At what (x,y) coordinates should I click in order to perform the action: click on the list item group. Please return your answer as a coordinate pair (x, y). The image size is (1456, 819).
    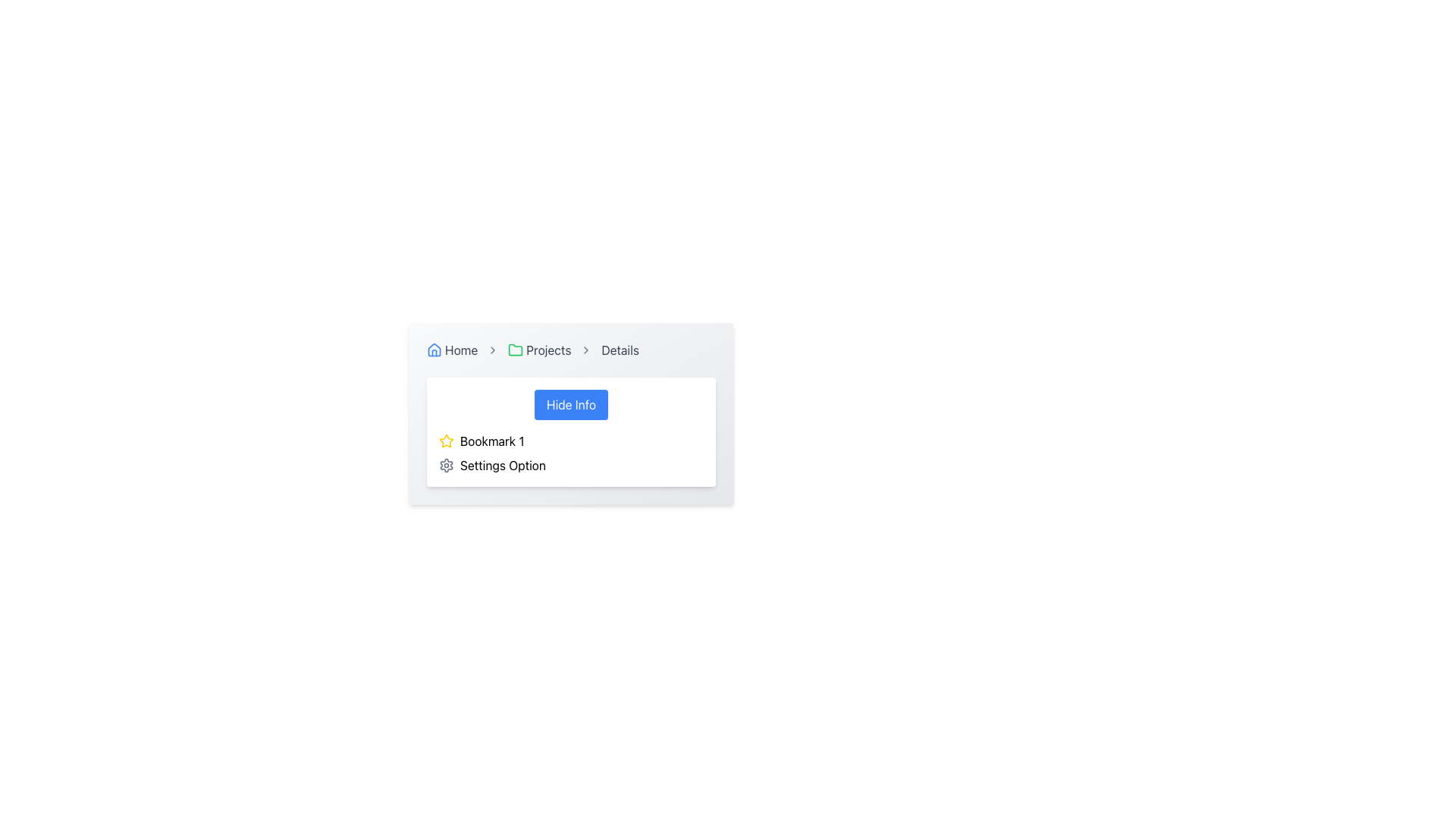
    Looking at the image, I should click on (570, 452).